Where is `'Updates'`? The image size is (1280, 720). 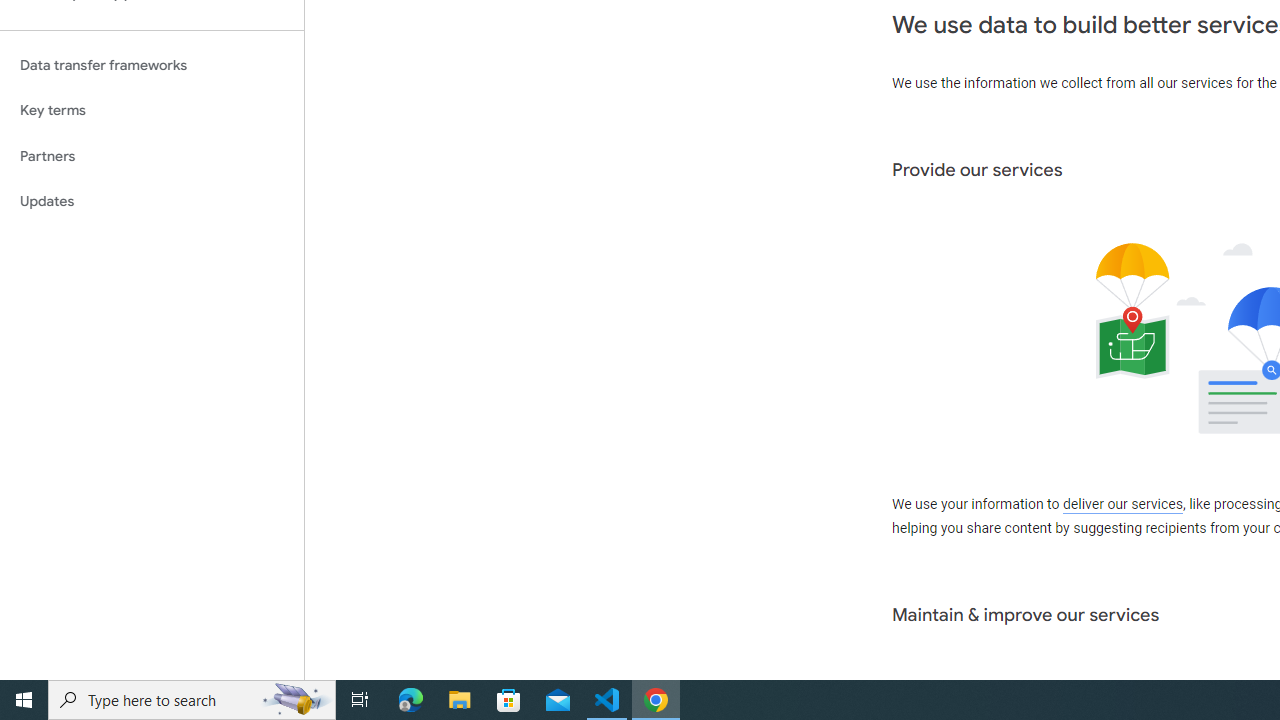 'Updates' is located at coordinates (151, 201).